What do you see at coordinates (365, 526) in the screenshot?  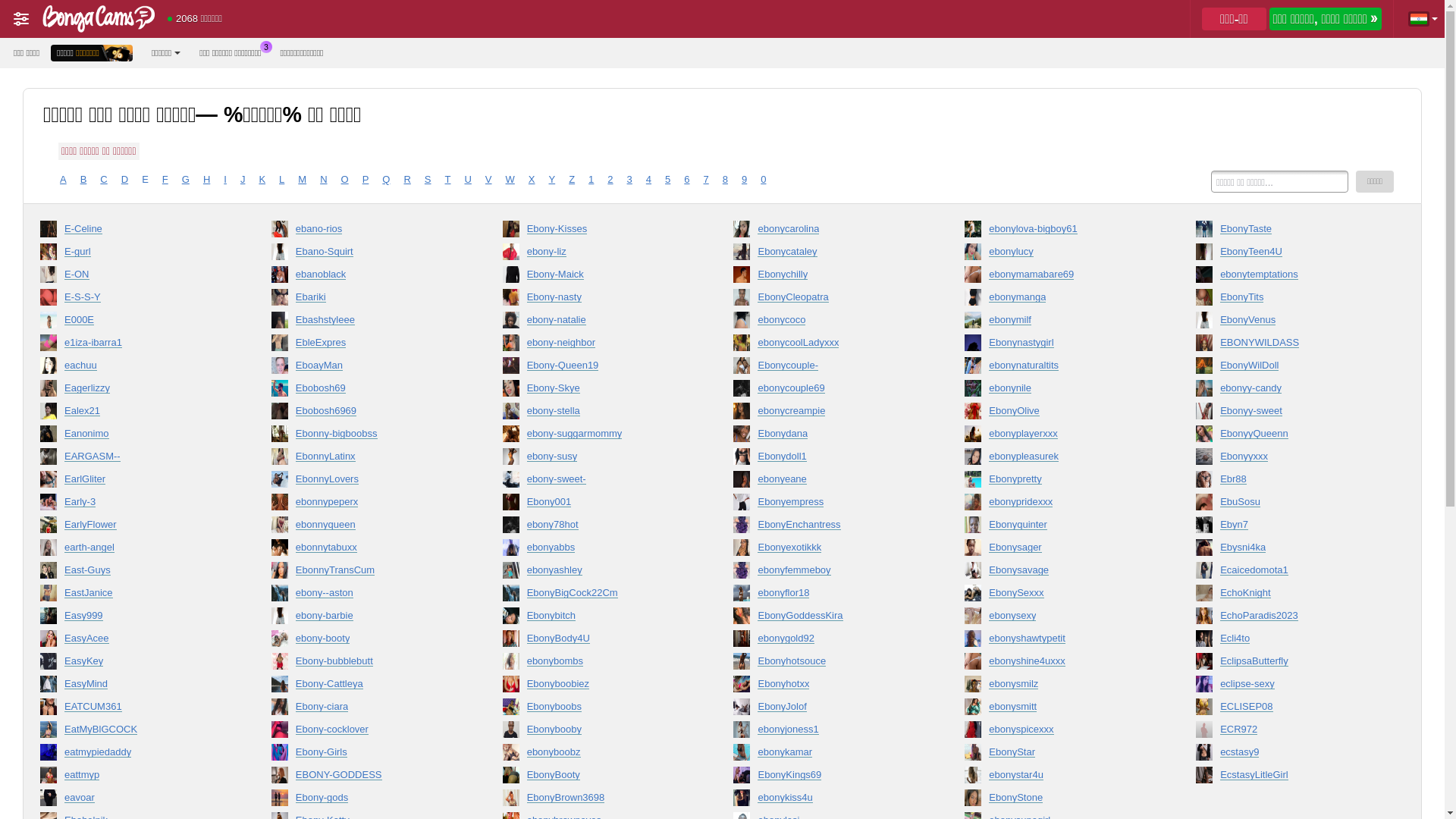 I see `'ebonnyqueen'` at bounding box center [365, 526].